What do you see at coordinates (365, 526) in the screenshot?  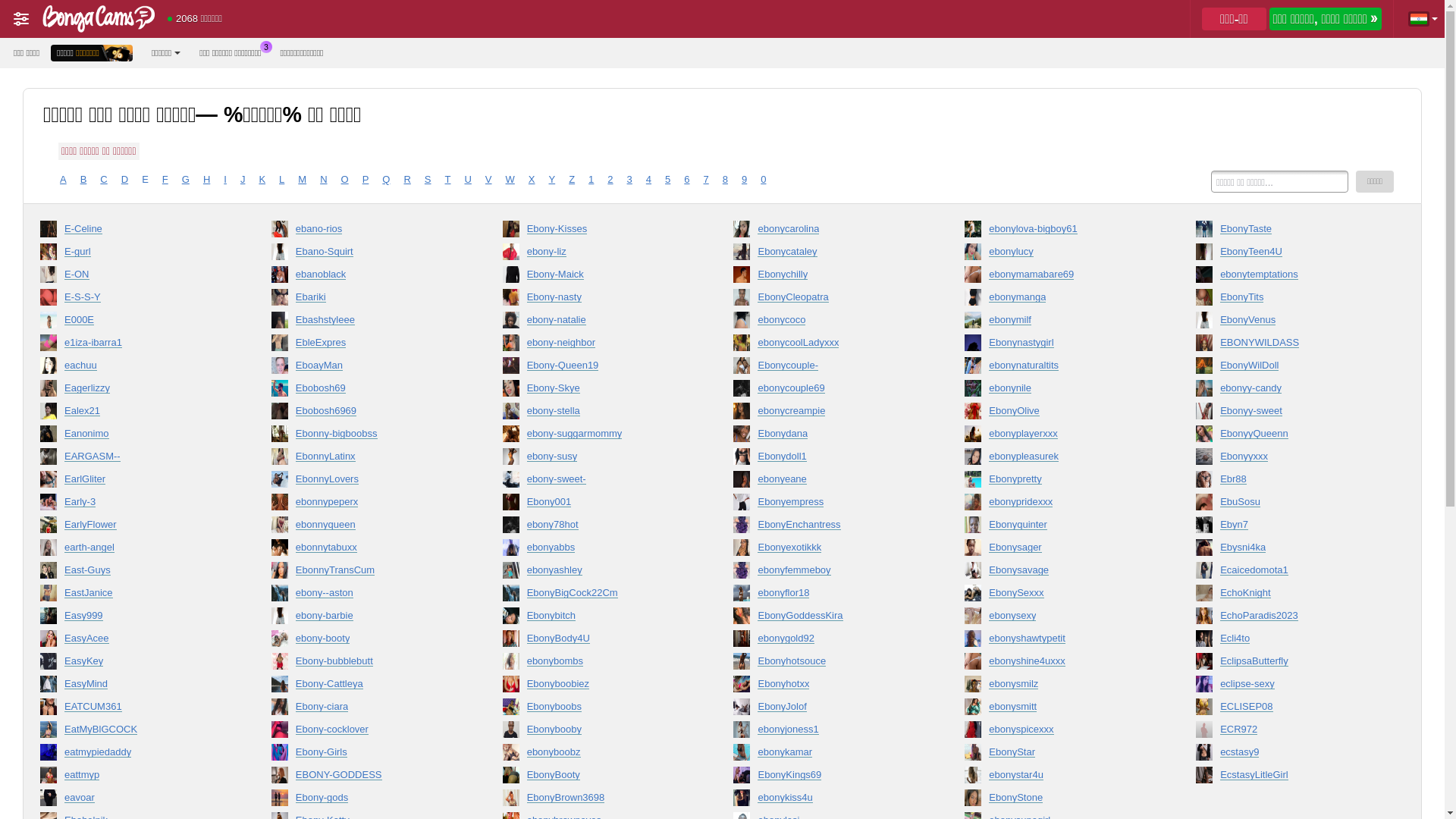 I see `'ebonnyqueen'` at bounding box center [365, 526].